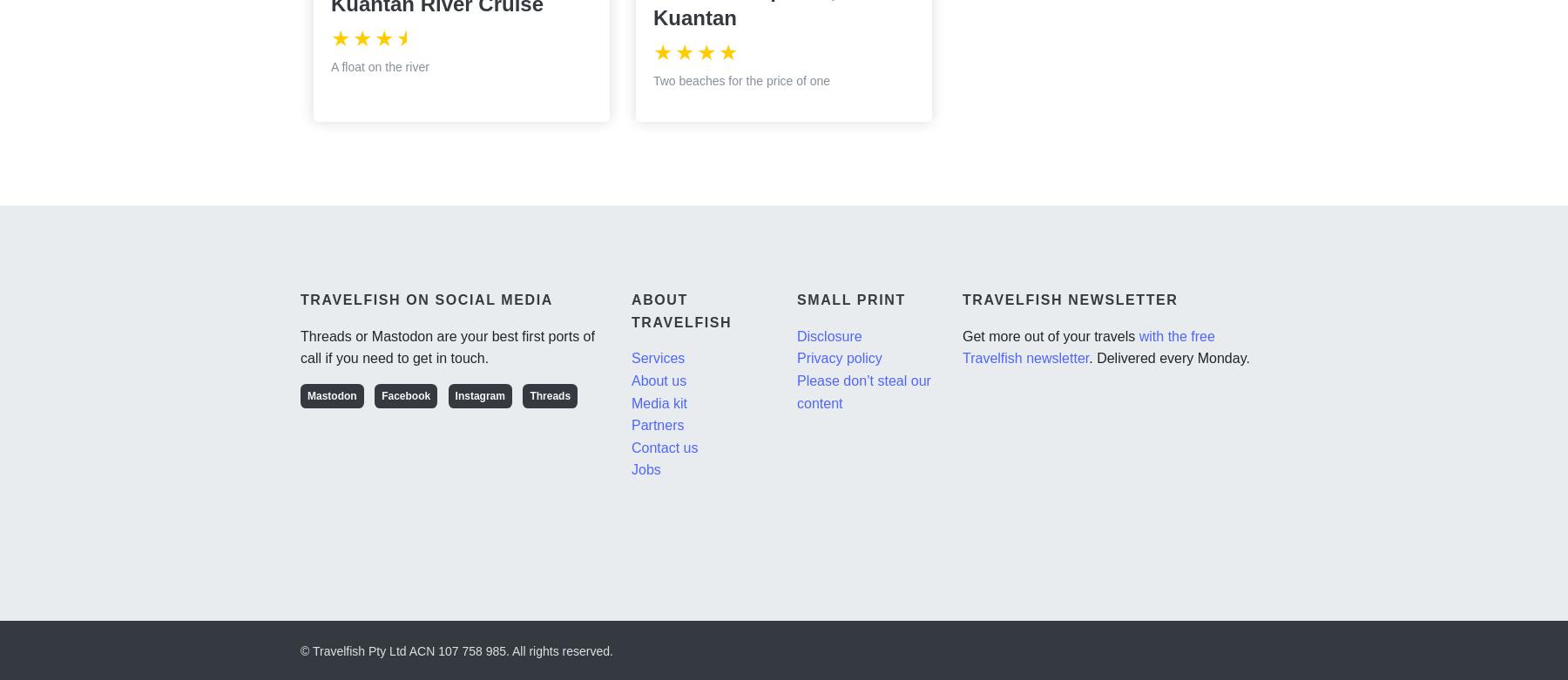 The height and width of the screenshot is (680, 1568). What do you see at coordinates (651, 80) in the screenshot?
I see `'Two beaches for the price of one'` at bounding box center [651, 80].